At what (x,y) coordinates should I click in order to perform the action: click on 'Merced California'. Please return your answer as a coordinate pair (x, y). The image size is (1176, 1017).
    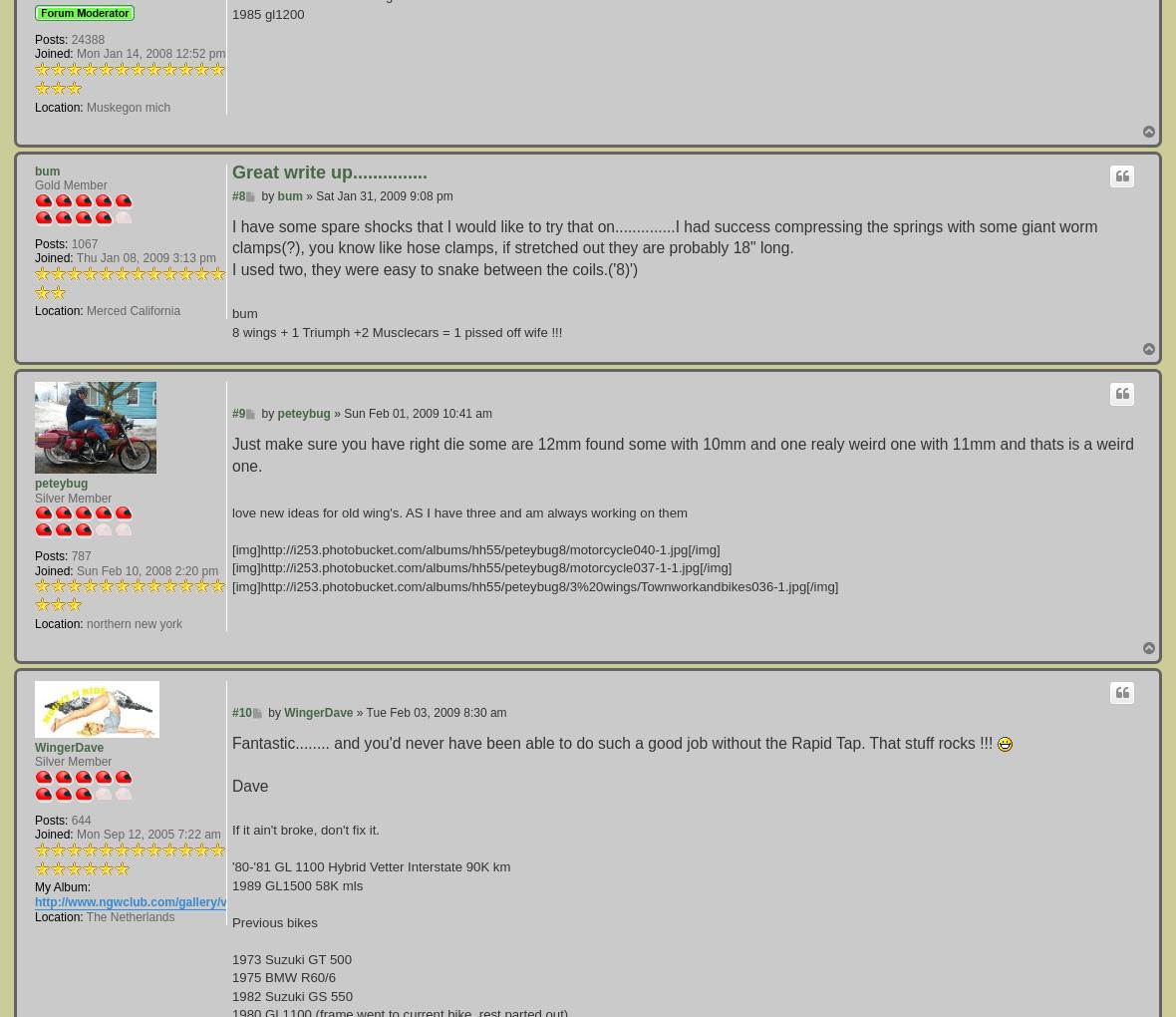
    Looking at the image, I should click on (131, 311).